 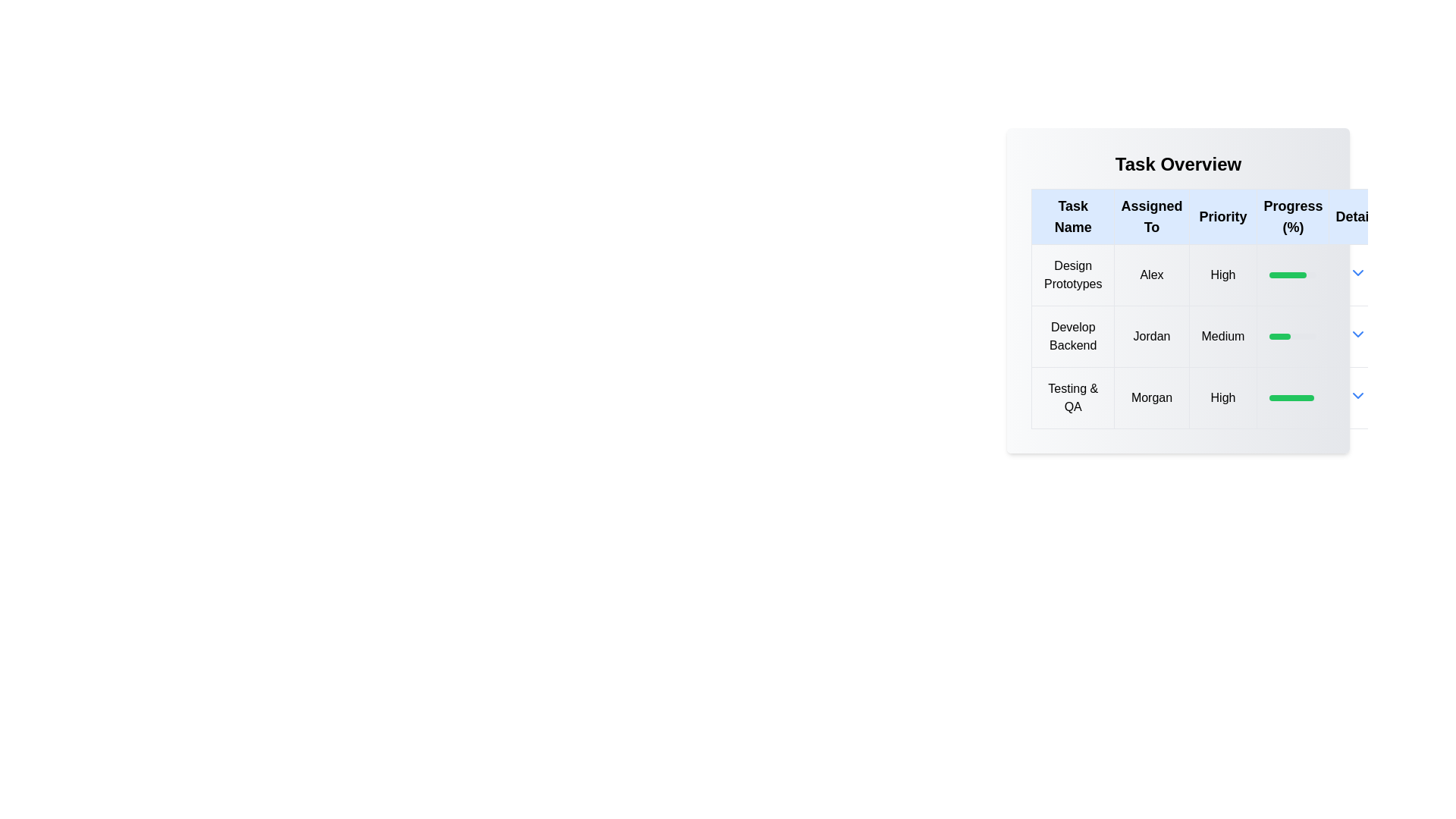 What do you see at coordinates (1208, 335) in the screenshot?
I see `the row corresponding to task Develop Backend` at bounding box center [1208, 335].